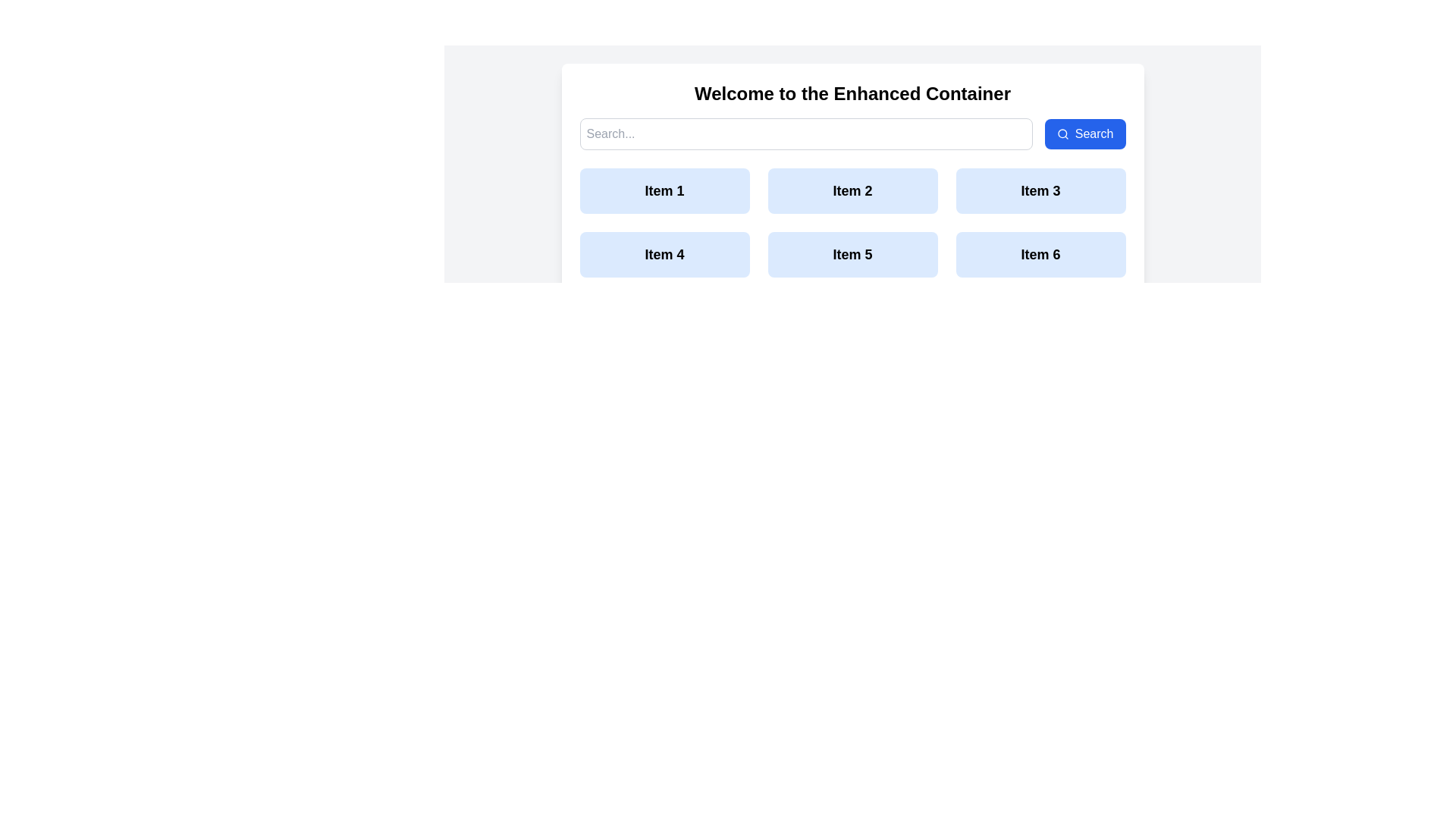 Image resolution: width=1456 pixels, height=819 pixels. Describe the element at coordinates (1084, 133) in the screenshot. I see `the search button located in the top-right section near the search bar to observe hover effects` at that location.